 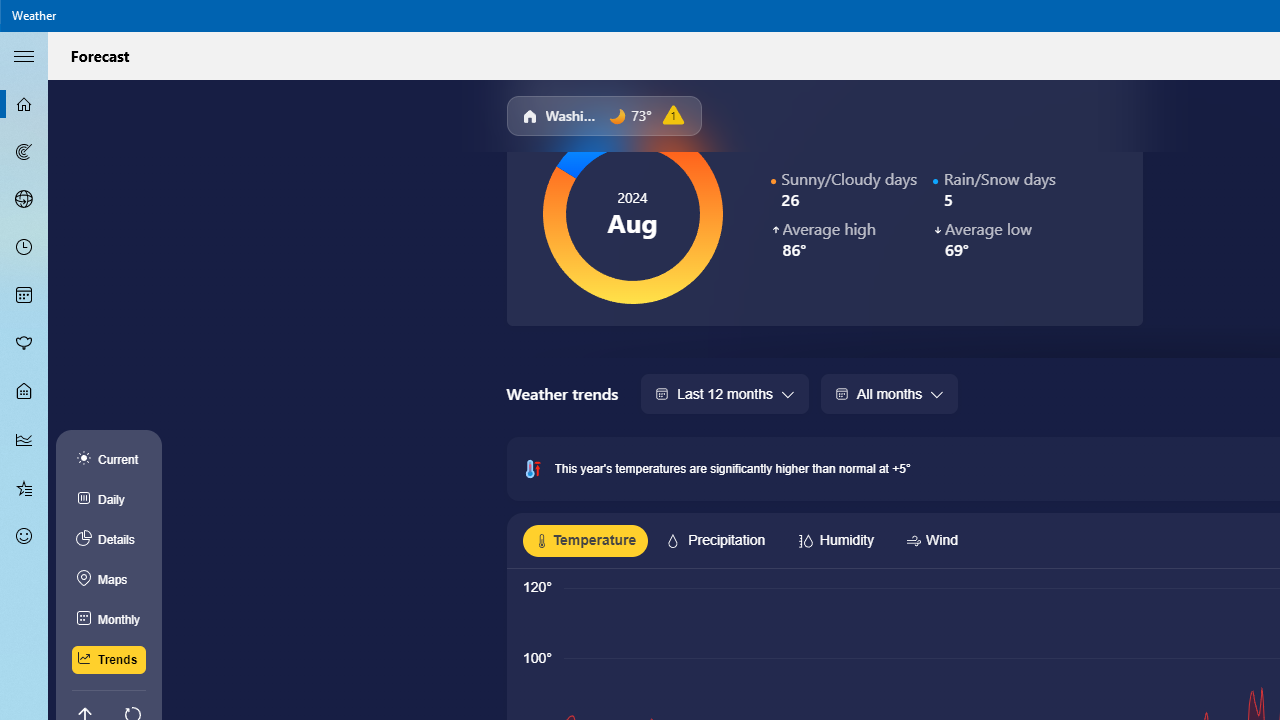 What do you see at coordinates (24, 295) in the screenshot?
I see `'Monthly Forecast - Not Selected'` at bounding box center [24, 295].